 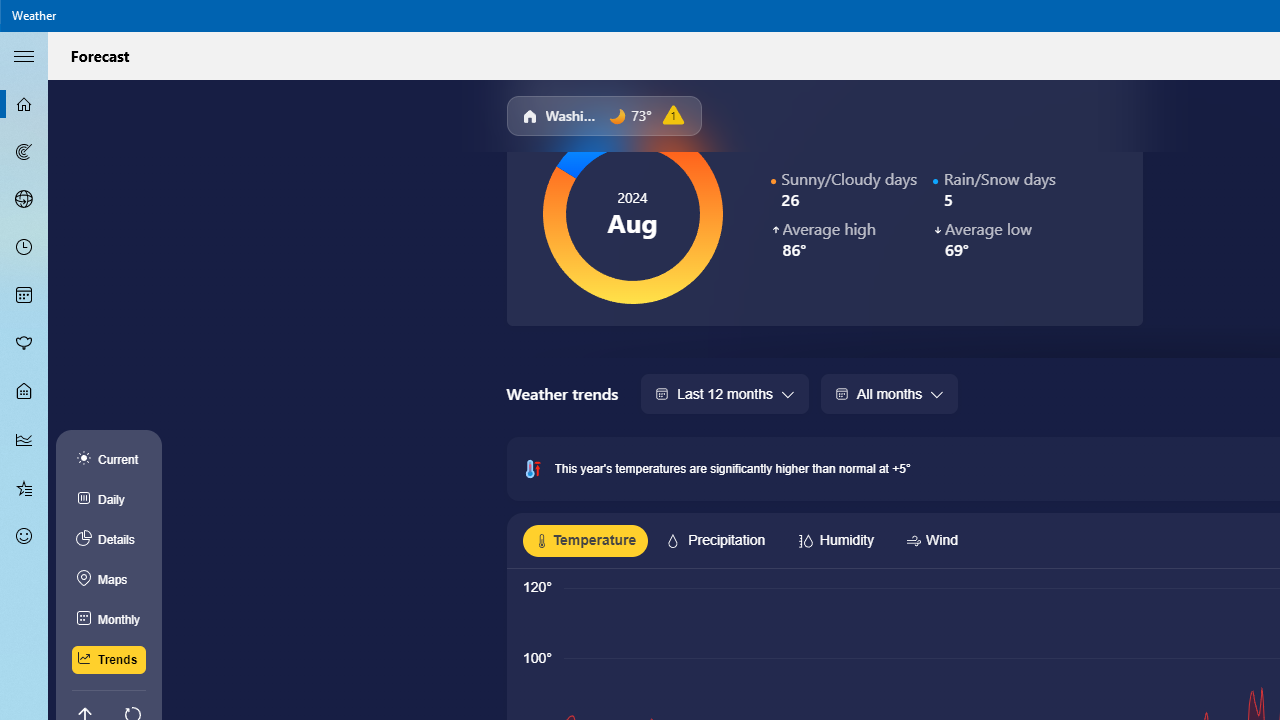 What do you see at coordinates (24, 295) in the screenshot?
I see `'Monthly Forecast - Not Selected'` at bounding box center [24, 295].